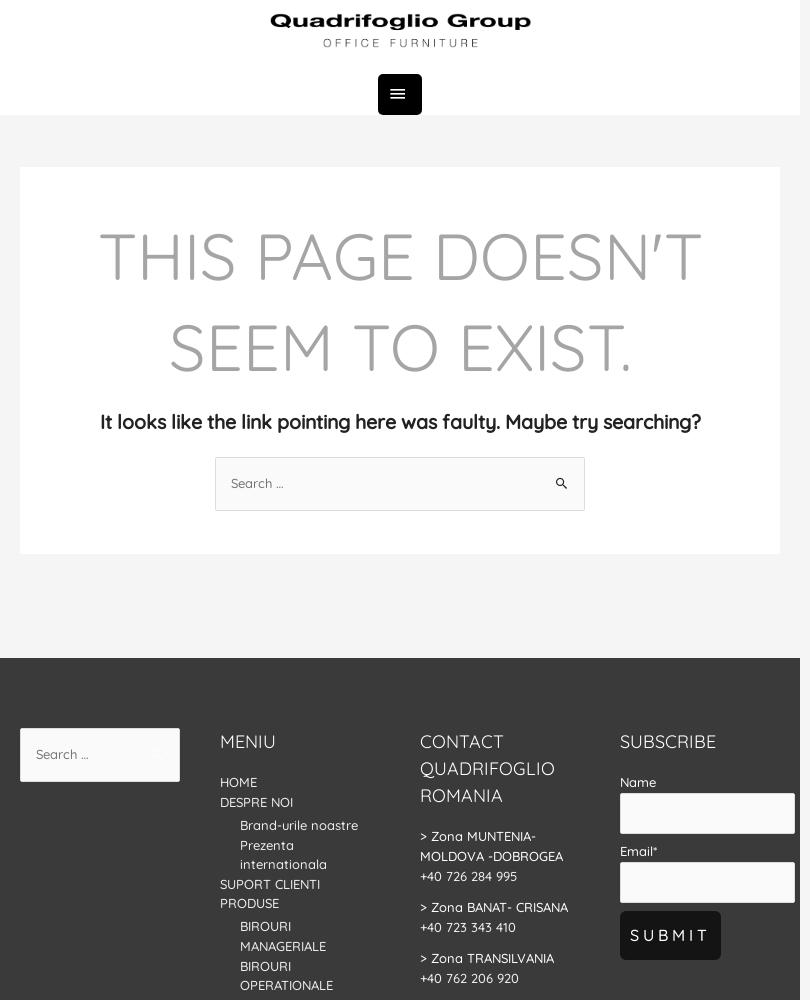  I want to click on 'Contact Quadrifoglio Romania', so click(487, 768).